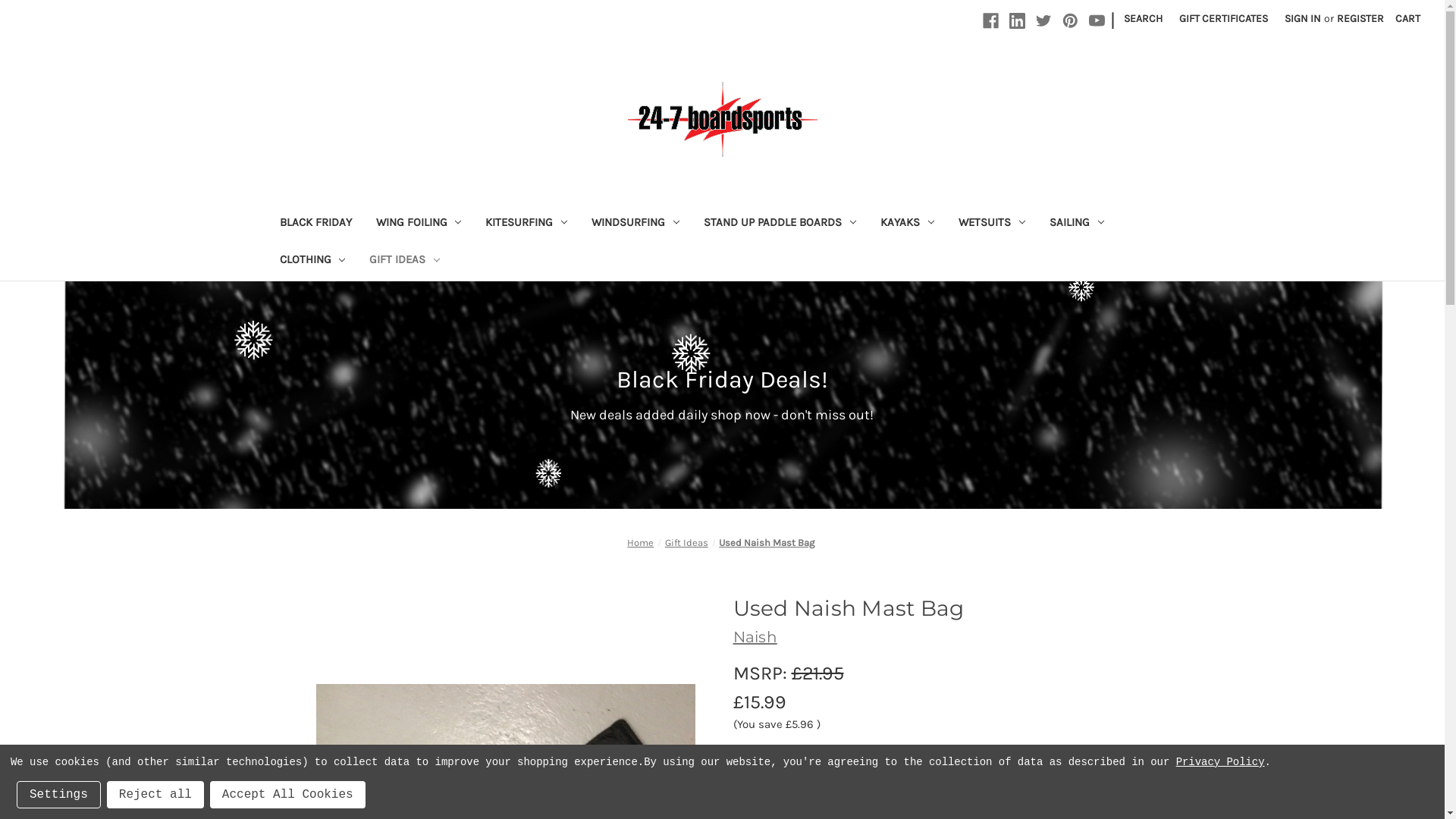  I want to click on '24-7 Boardsports', so click(722, 119).